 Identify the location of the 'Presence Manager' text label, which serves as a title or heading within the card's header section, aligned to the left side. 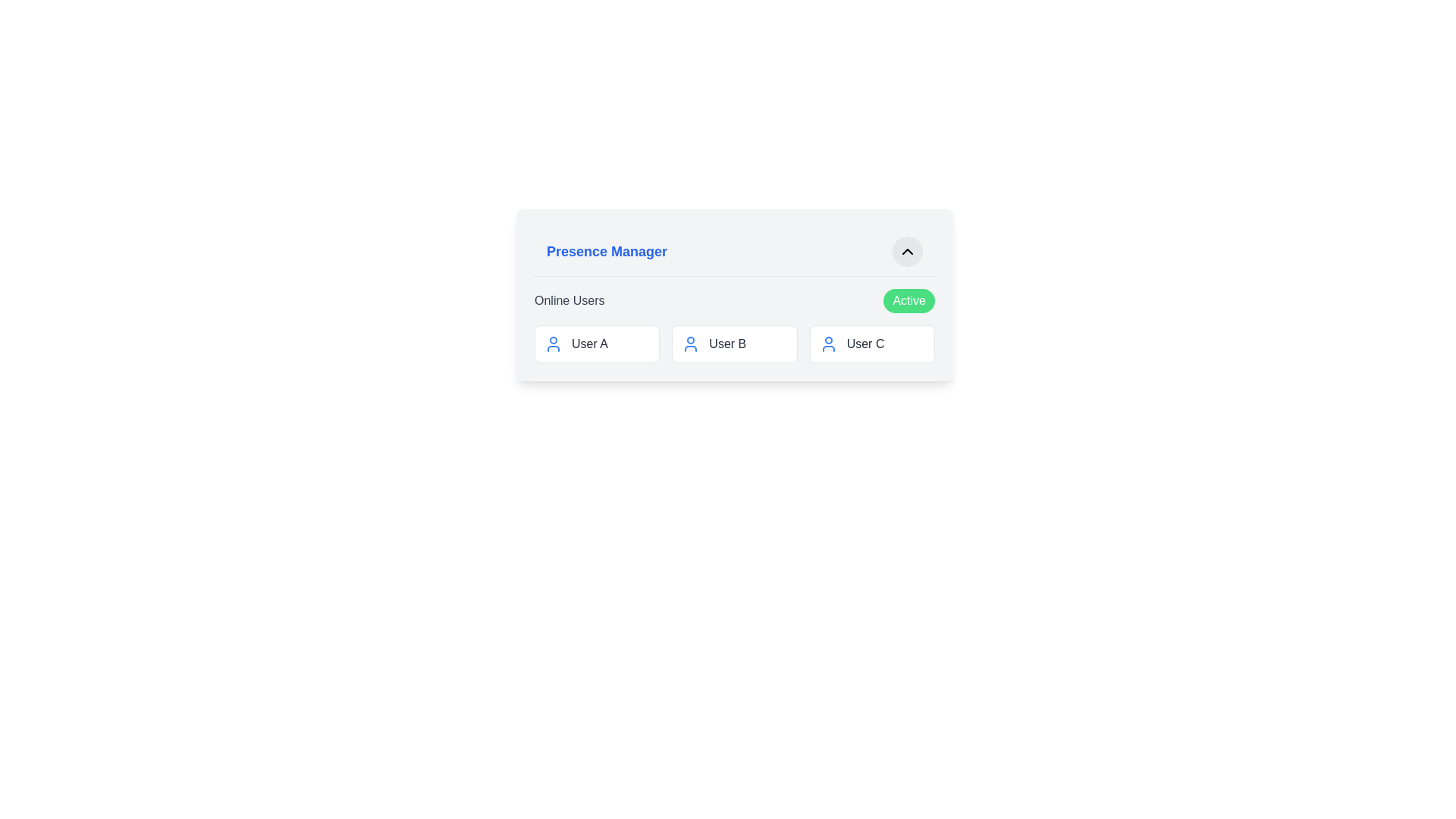
(607, 250).